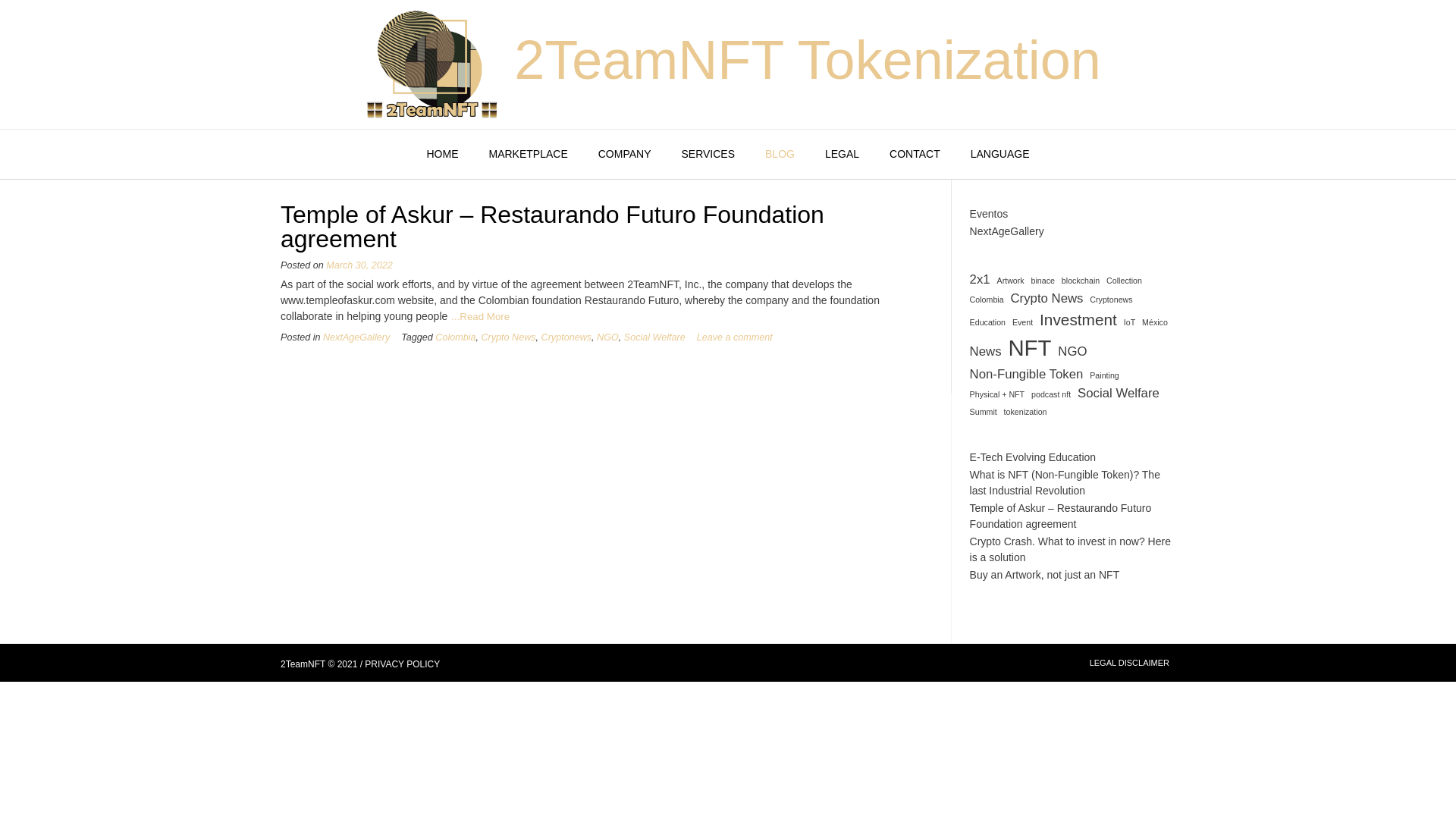  Describe the element at coordinates (735, 336) in the screenshot. I see `'Leave a comment'` at that location.